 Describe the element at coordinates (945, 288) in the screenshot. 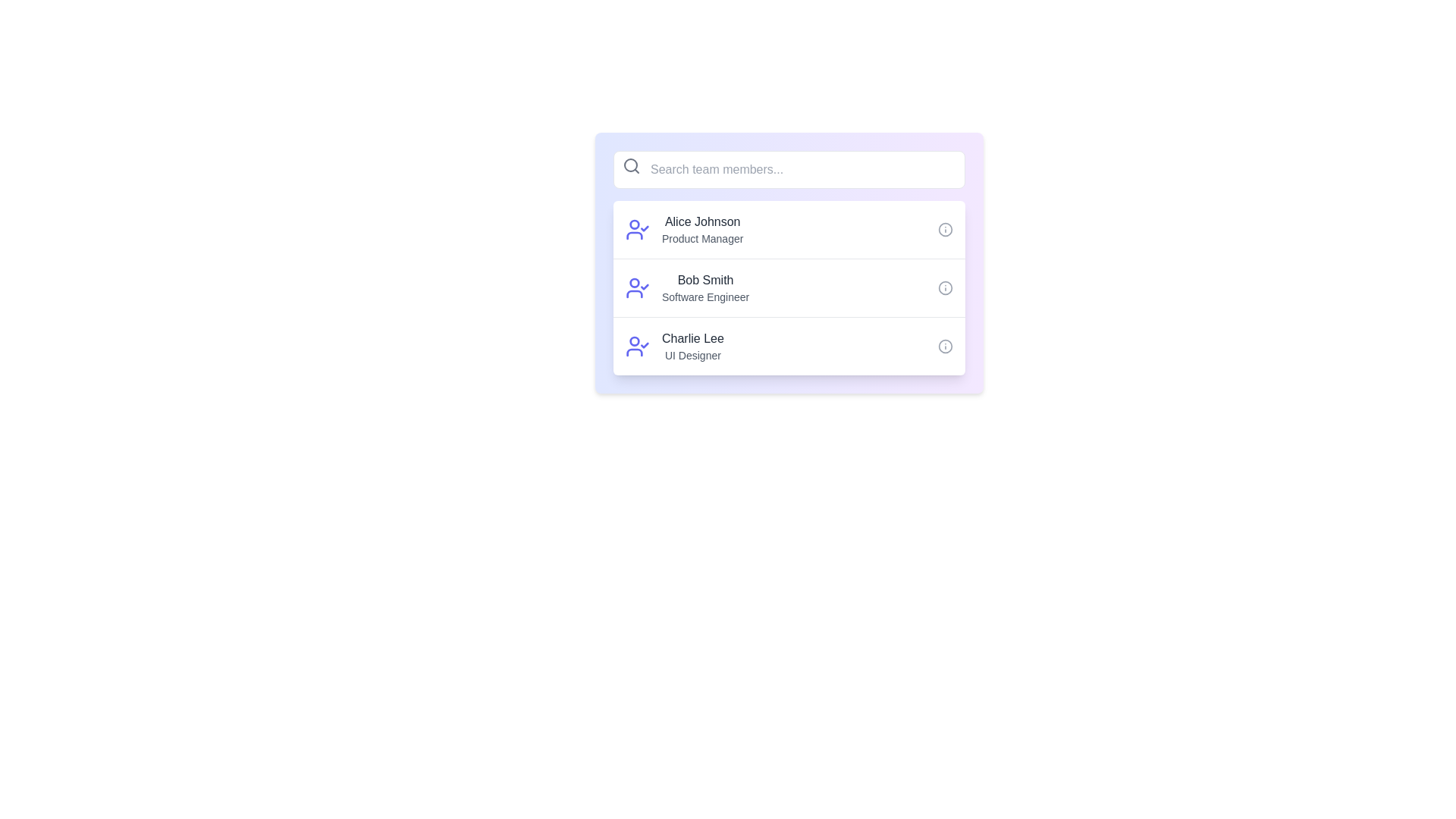

I see `the Circle icon that serves as an 'info' button located to the right of 'Bob Smith, Software Engineer'` at that location.